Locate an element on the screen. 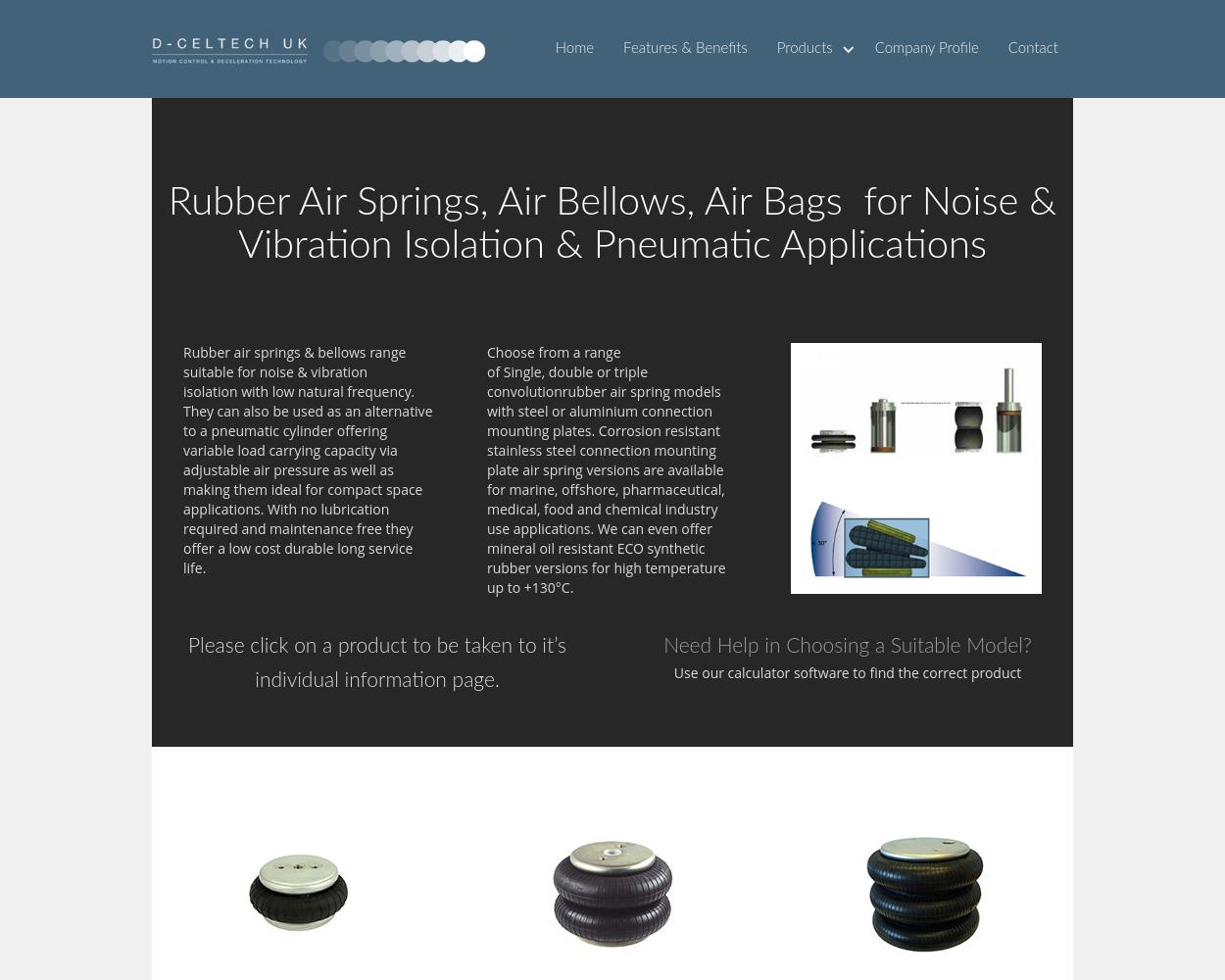 This screenshot has height=980, width=1225. 'Company Profile' is located at coordinates (925, 48).